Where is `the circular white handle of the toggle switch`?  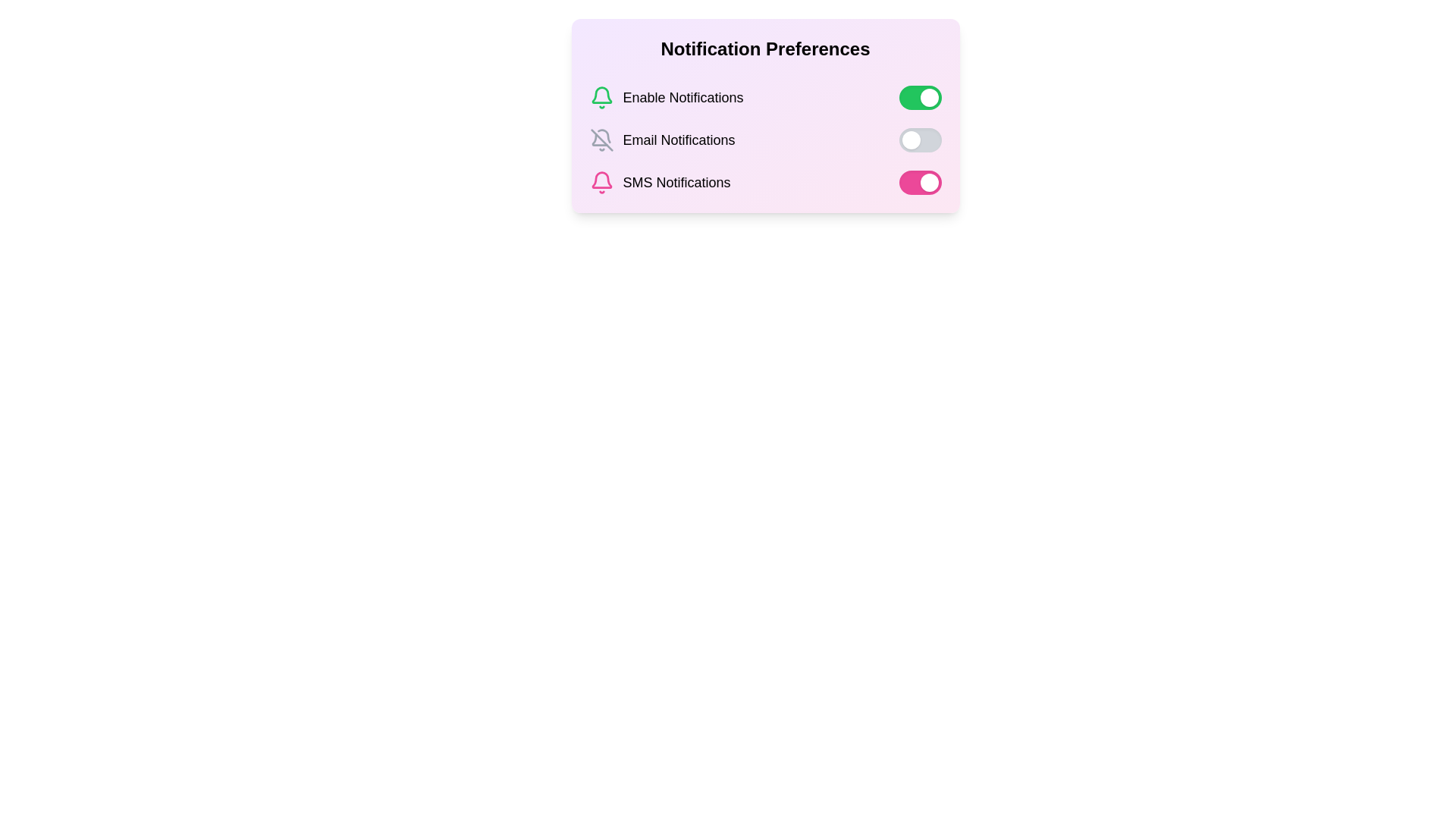 the circular white handle of the toggle switch is located at coordinates (919, 140).